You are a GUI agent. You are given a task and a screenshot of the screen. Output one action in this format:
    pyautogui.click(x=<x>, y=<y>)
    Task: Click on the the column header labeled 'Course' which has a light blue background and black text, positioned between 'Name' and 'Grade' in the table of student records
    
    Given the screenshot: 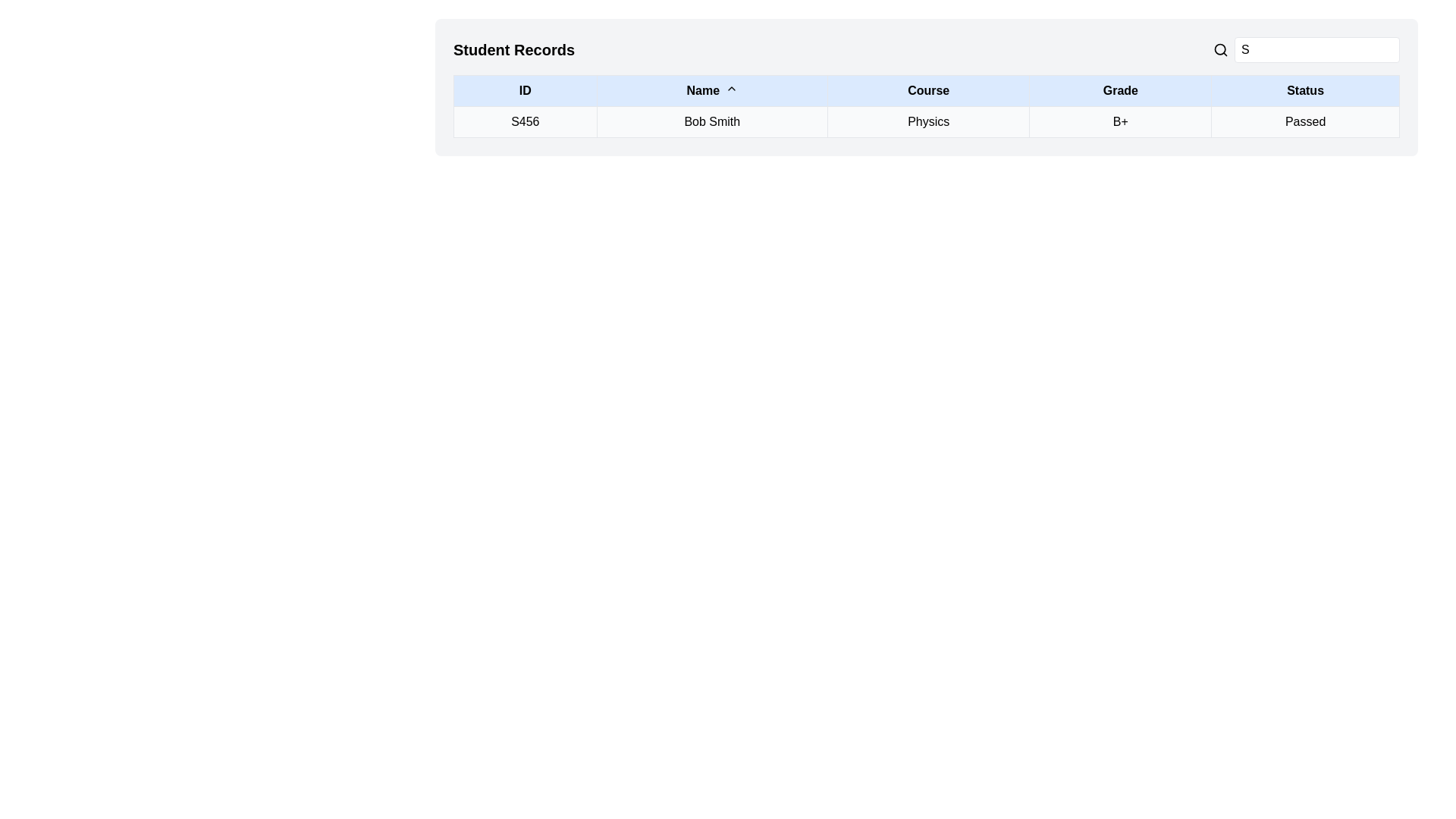 What is the action you would take?
    pyautogui.click(x=927, y=90)
    